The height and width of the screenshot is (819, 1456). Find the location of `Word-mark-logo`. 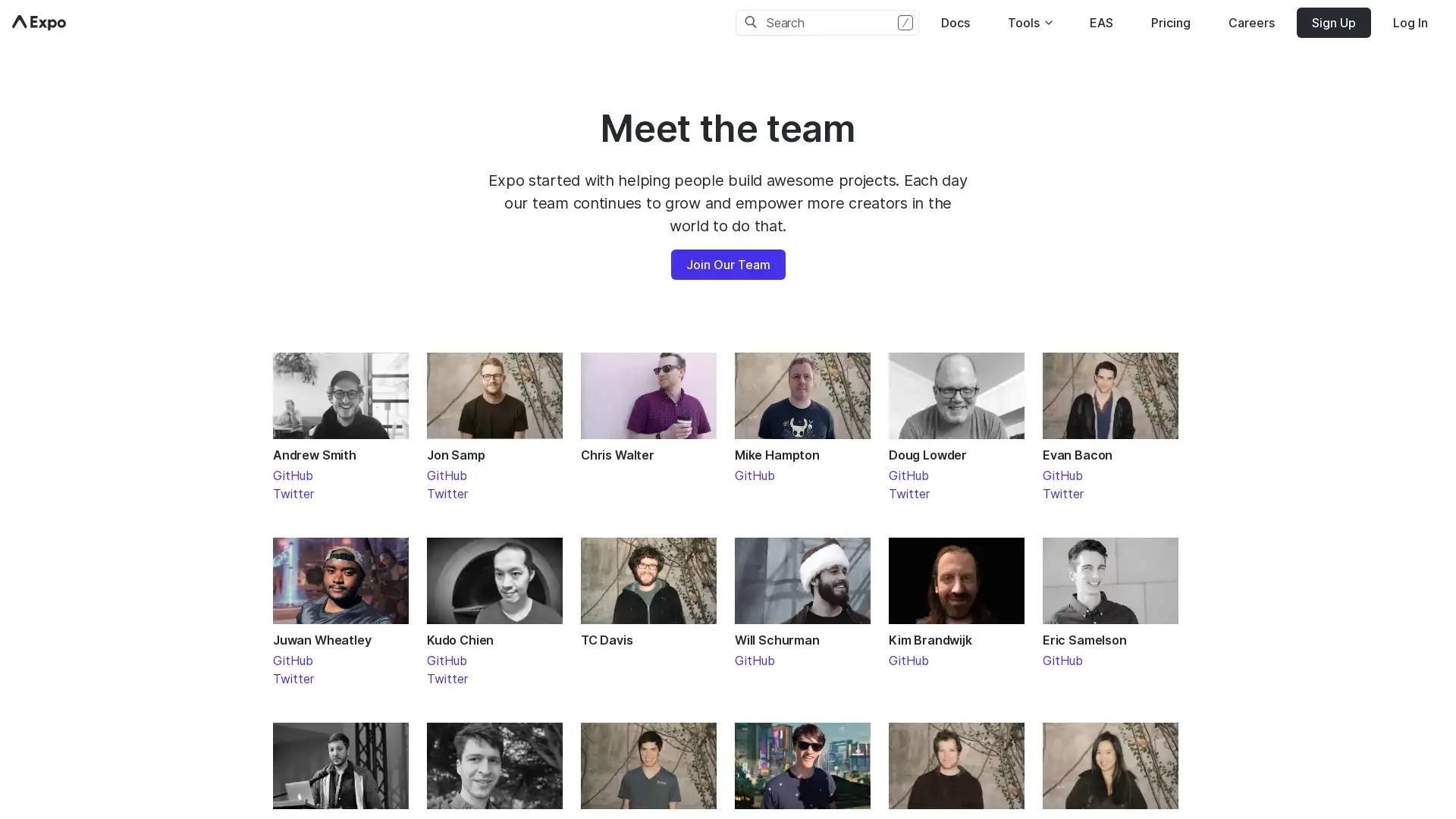

Word-mark-logo is located at coordinates (39, 23).